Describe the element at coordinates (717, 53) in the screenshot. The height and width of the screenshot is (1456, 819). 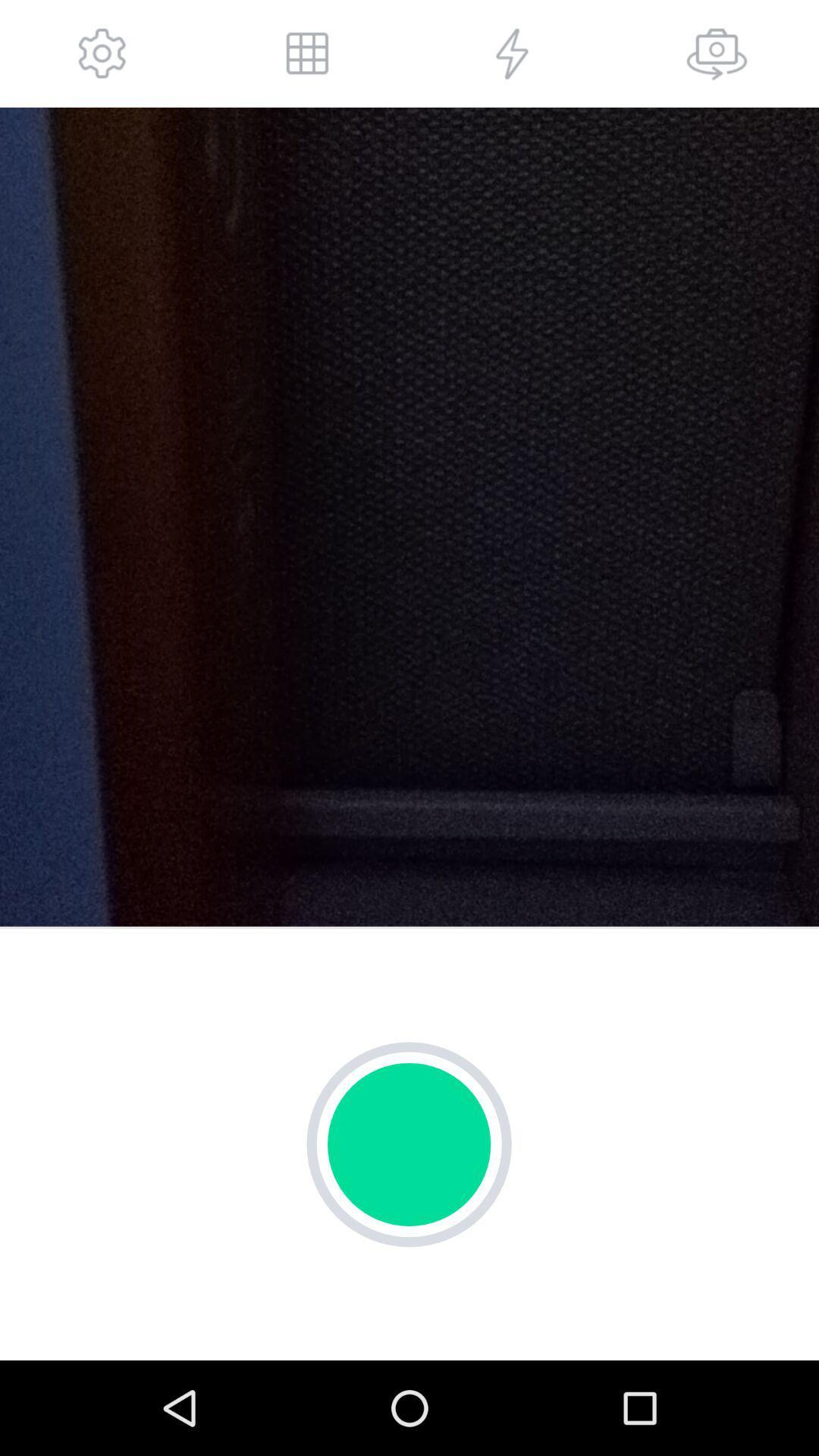
I see `cammer` at that location.